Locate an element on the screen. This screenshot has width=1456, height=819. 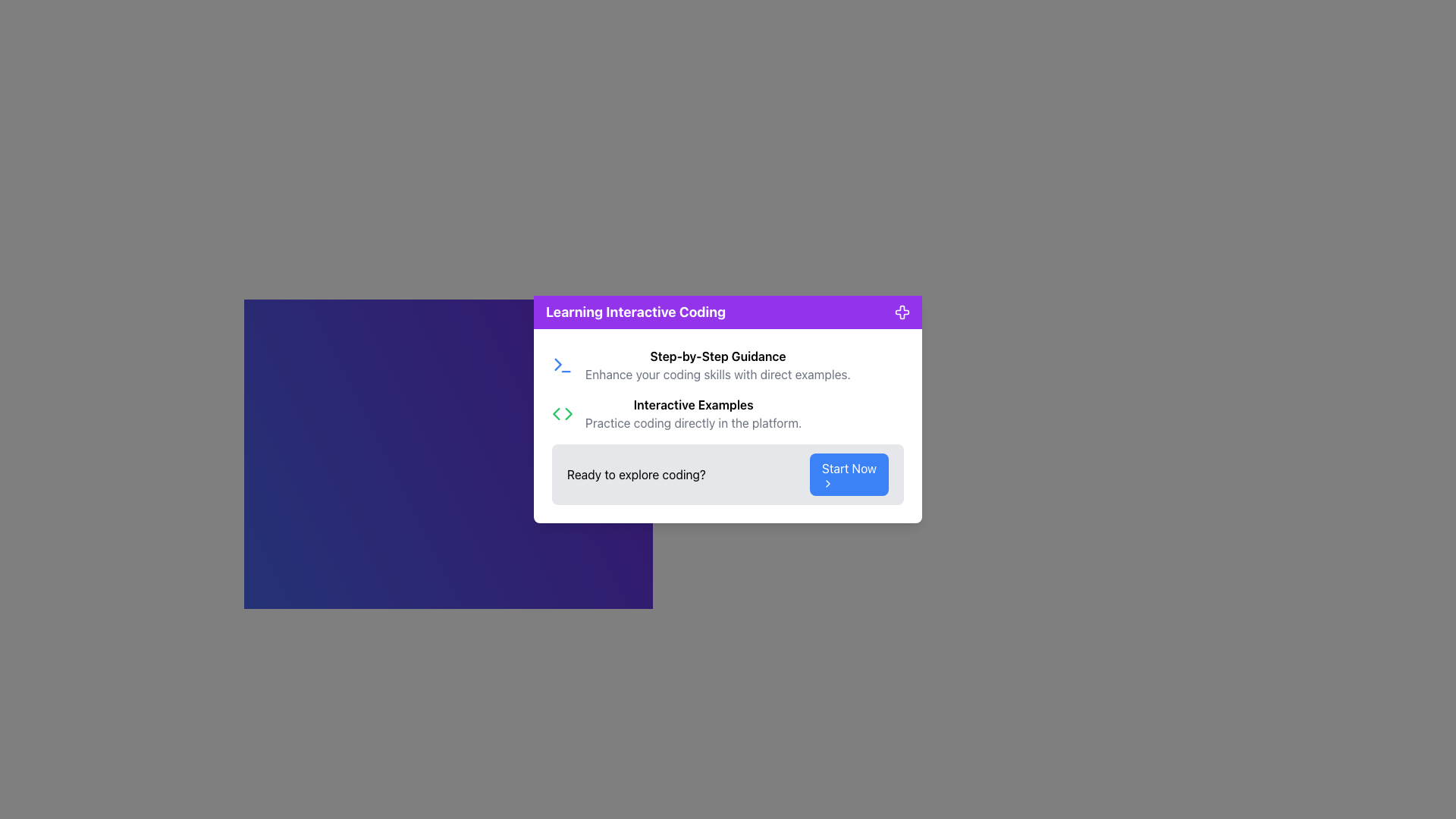
the blue command prompt icon located to the left of the 'Step-by-Step Guidance' text is located at coordinates (562, 366).